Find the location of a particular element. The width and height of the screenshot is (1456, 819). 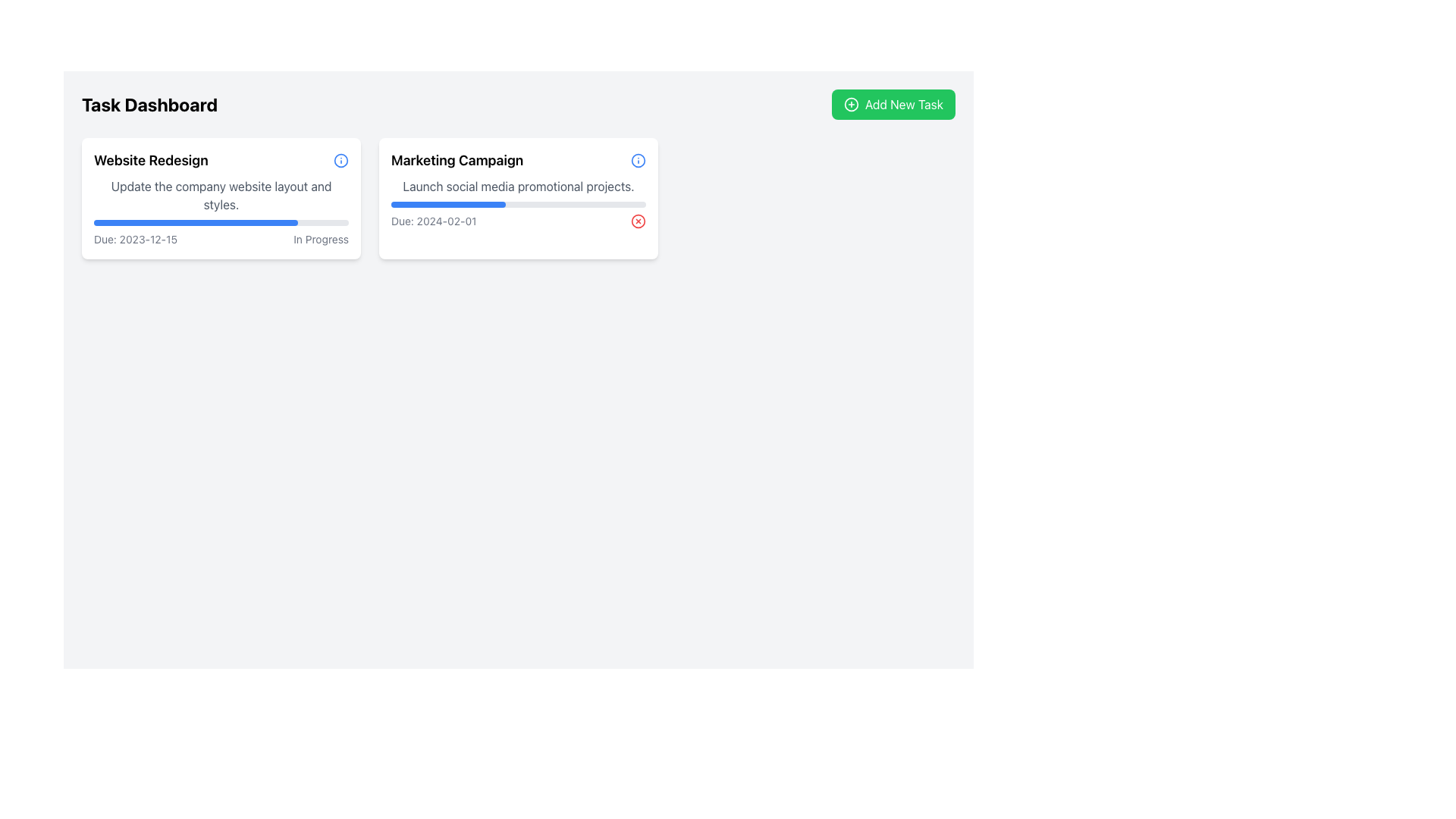

the decorative circle in the 'Add New Task' icon, which is a central circular component representing a plus symbol is located at coordinates (852, 104).